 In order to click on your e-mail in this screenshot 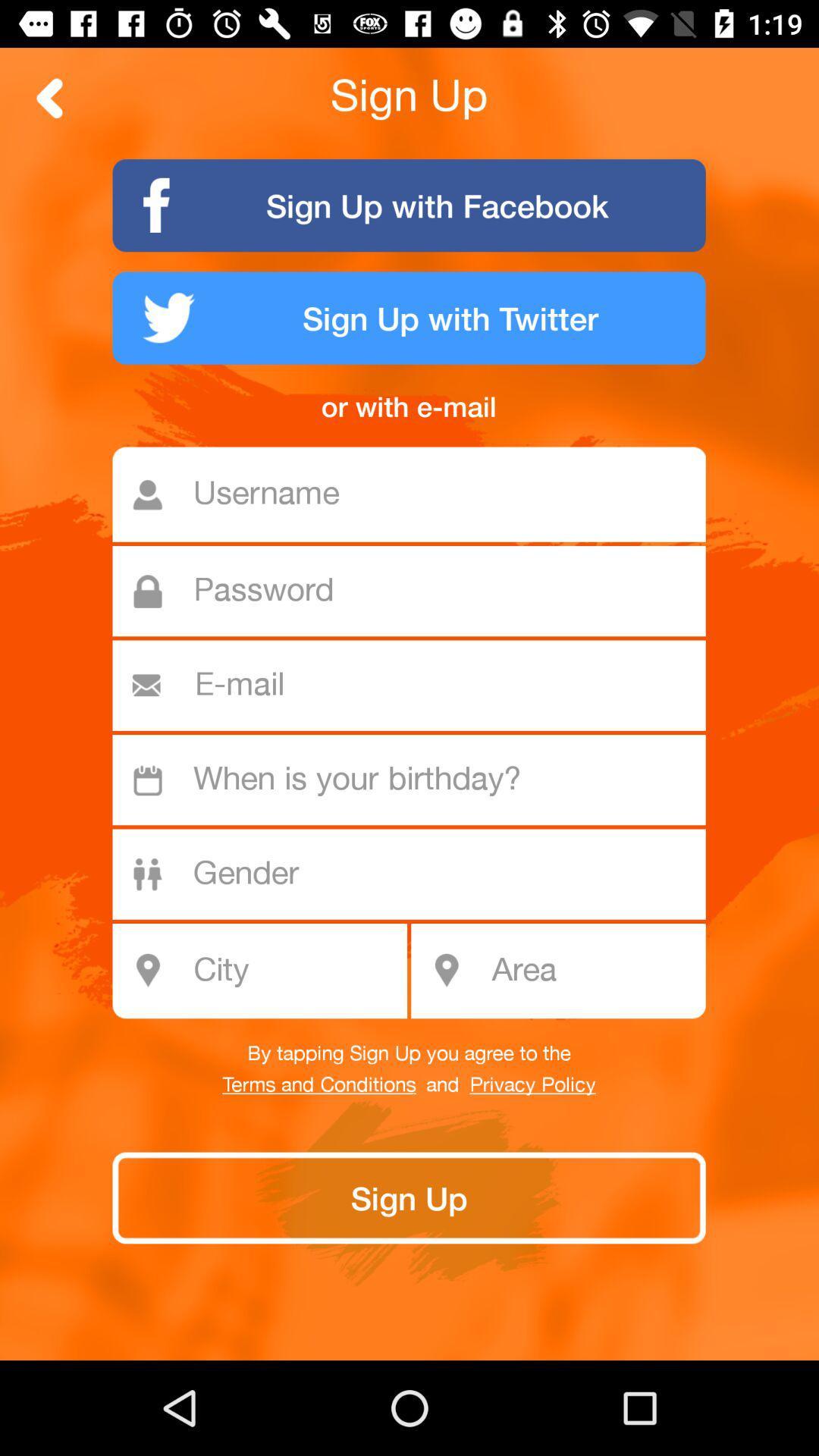, I will do `click(416, 685)`.